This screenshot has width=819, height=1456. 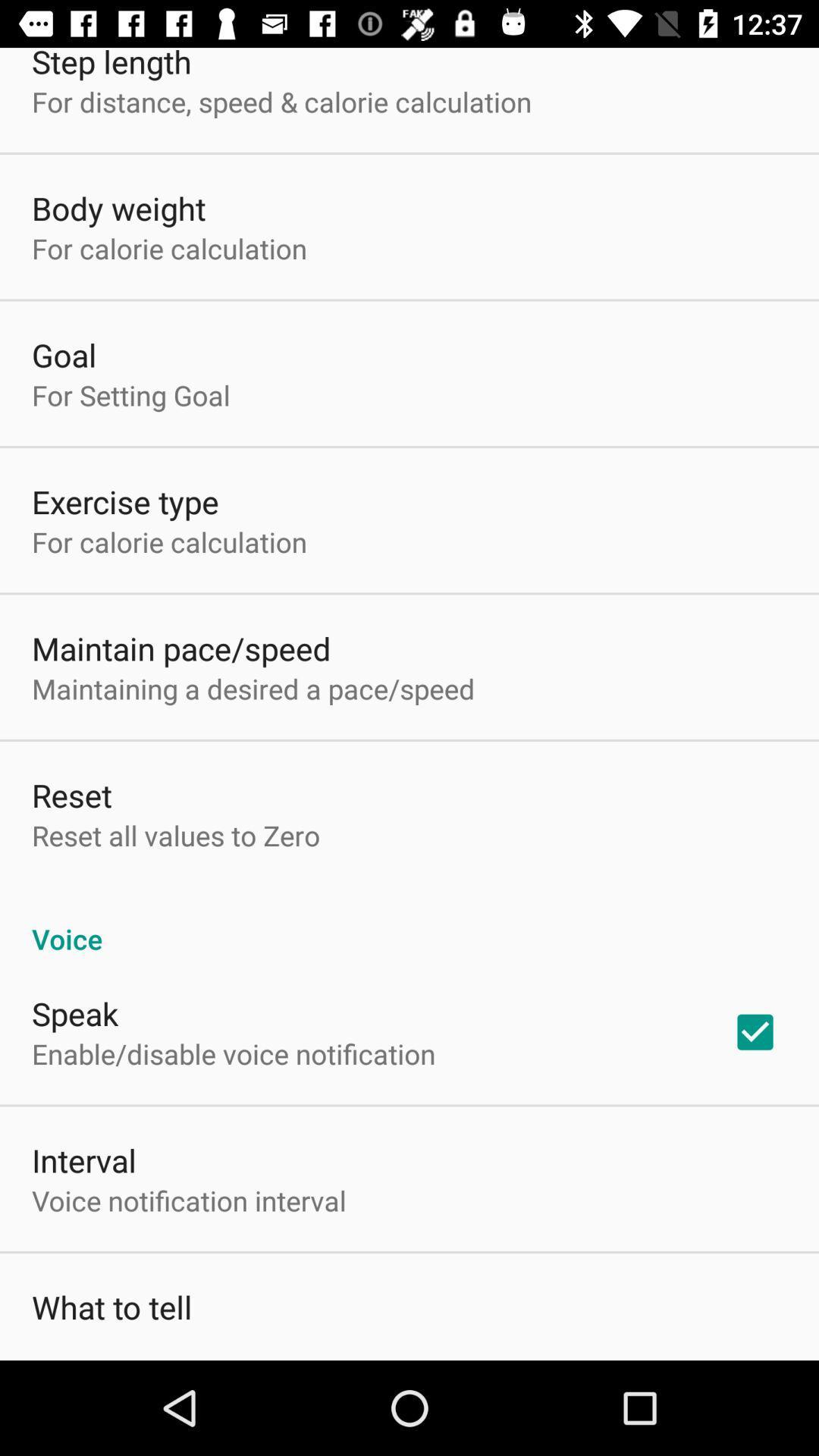 What do you see at coordinates (118, 207) in the screenshot?
I see `body weight icon` at bounding box center [118, 207].